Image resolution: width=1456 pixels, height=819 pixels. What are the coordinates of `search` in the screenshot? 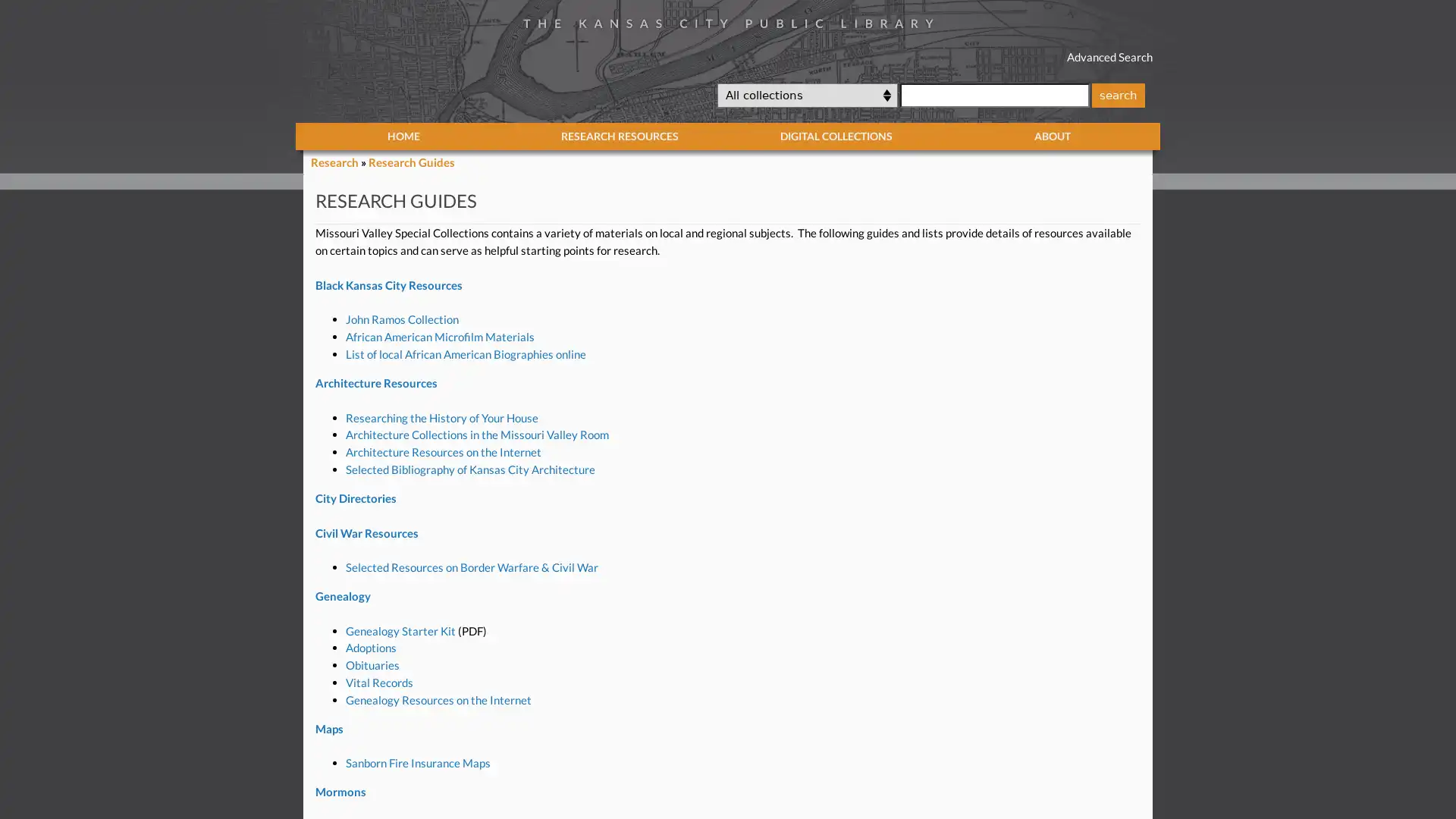 It's located at (1117, 94).